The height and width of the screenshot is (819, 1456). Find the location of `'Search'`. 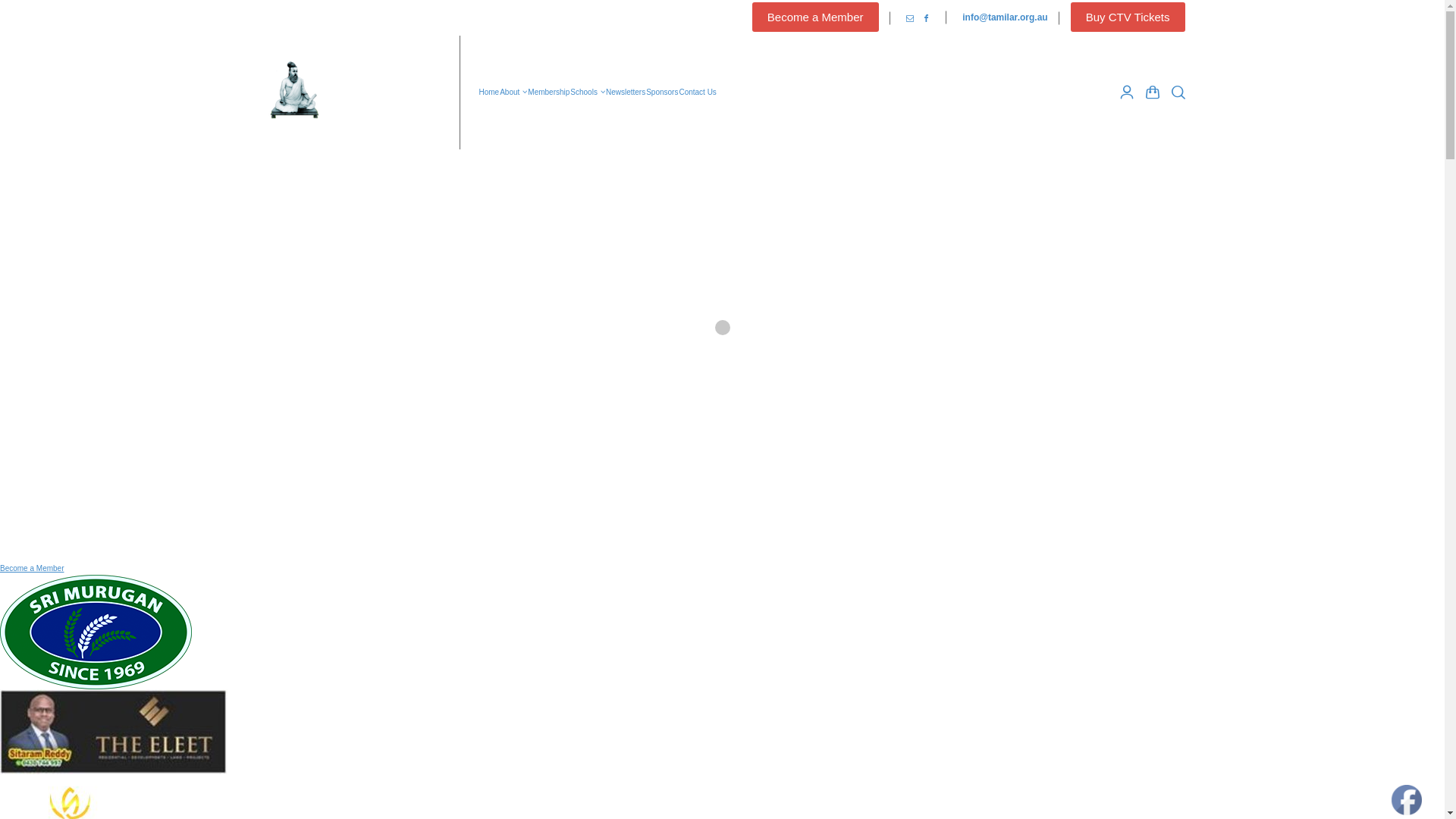

'Search' is located at coordinates (1174, 93).